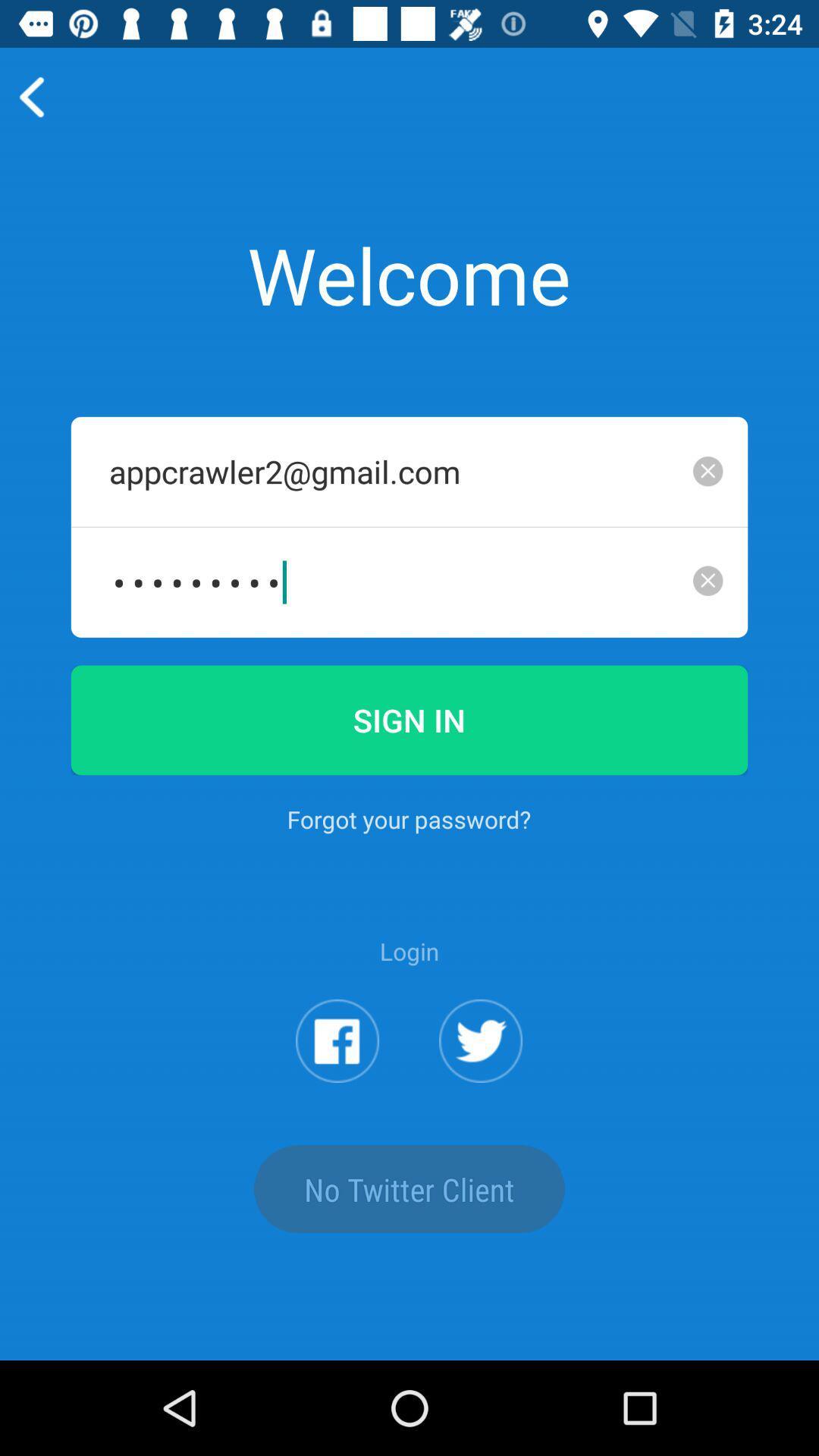 The image size is (819, 1456). I want to click on click x to hide email, so click(708, 470).